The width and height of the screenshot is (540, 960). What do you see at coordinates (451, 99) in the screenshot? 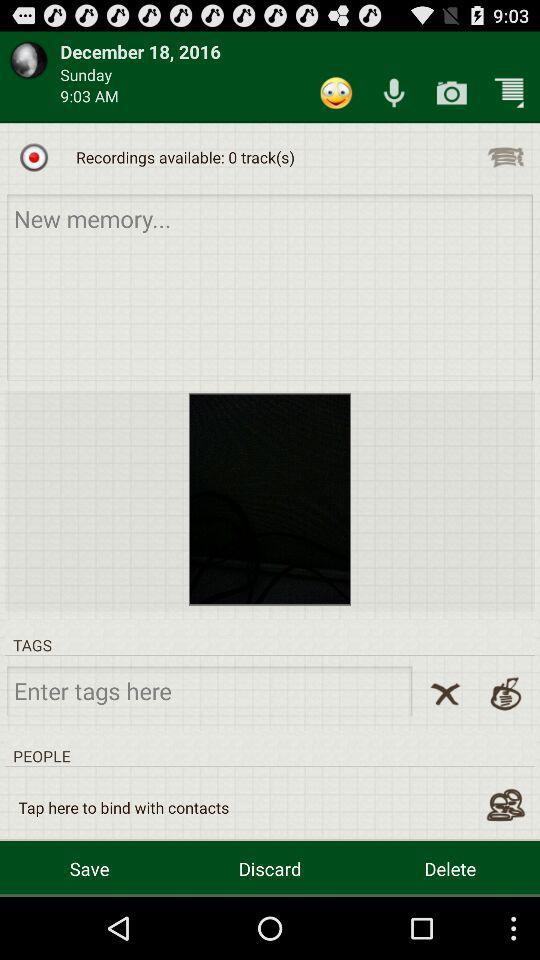
I see `the photo icon` at bounding box center [451, 99].